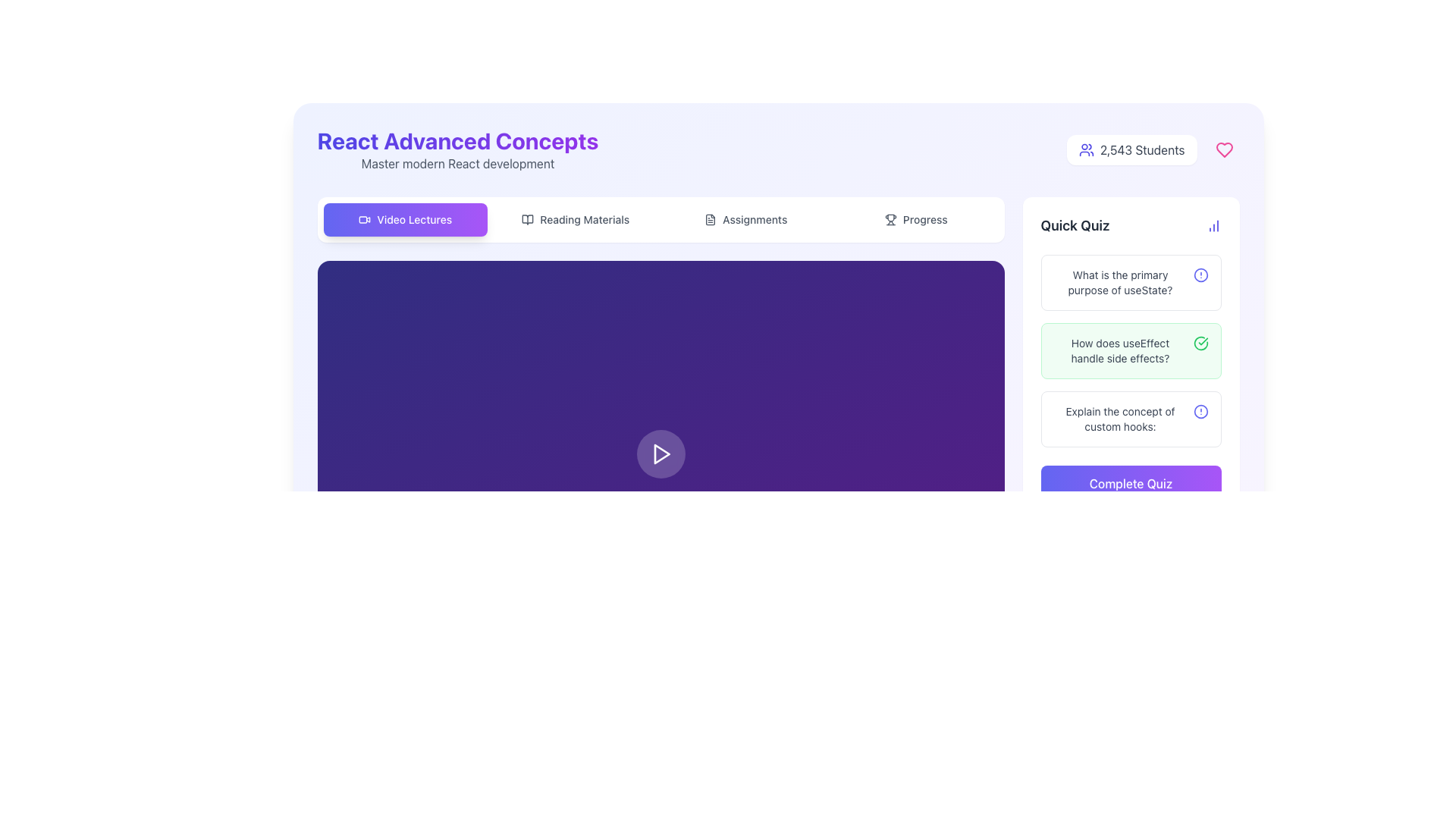 The height and width of the screenshot is (819, 1456). I want to click on the informational display showing '2,543 Students' with a blue icon, located in the upper-right section of the interface, so click(1131, 149).